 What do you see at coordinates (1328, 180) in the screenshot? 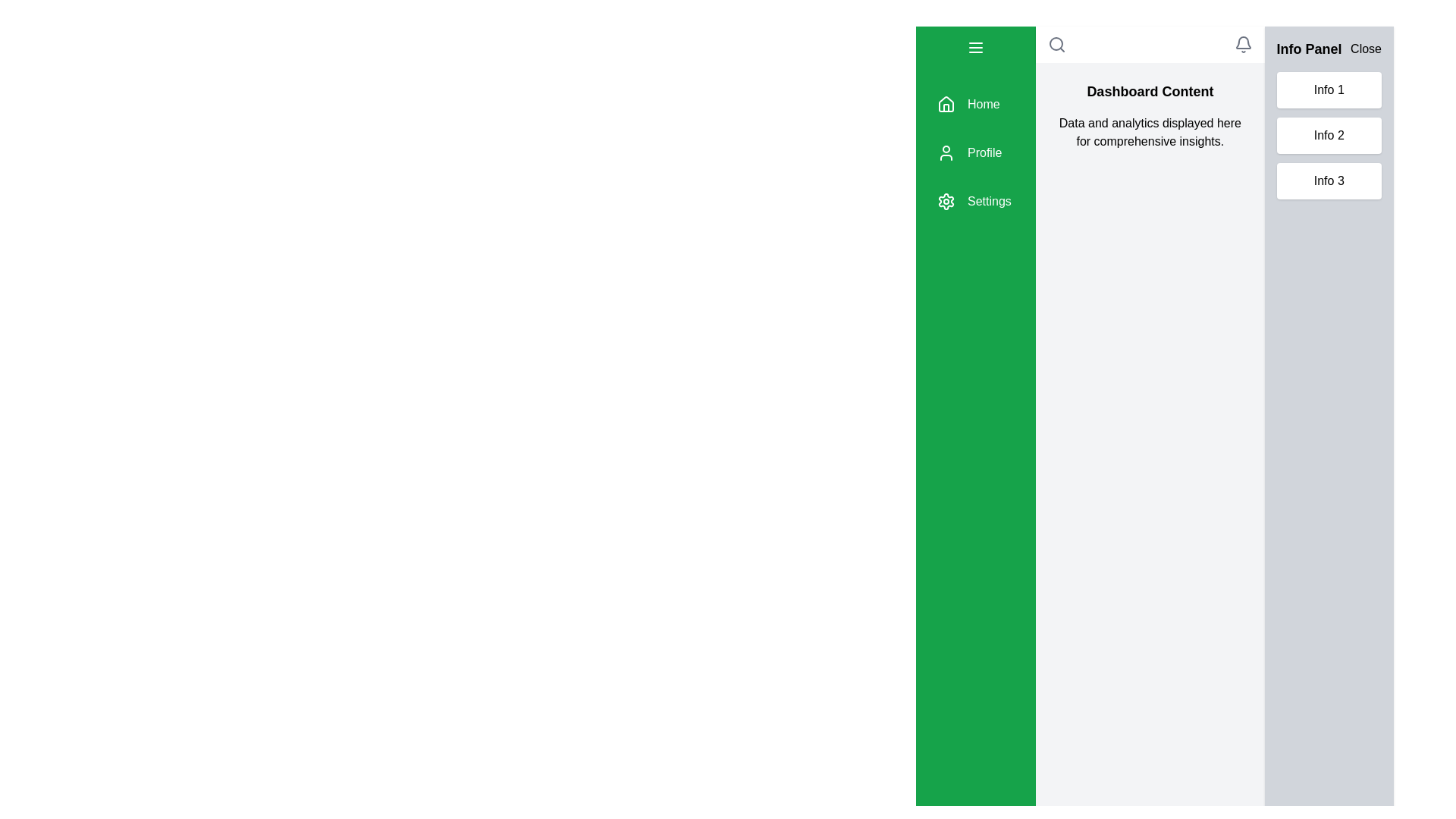
I see `the 'Info 3' button, which is a rectangular button with a white background and the text centered in bold black font, located on the right sidebar below 'Info 2'` at bounding box center [1328, 180].